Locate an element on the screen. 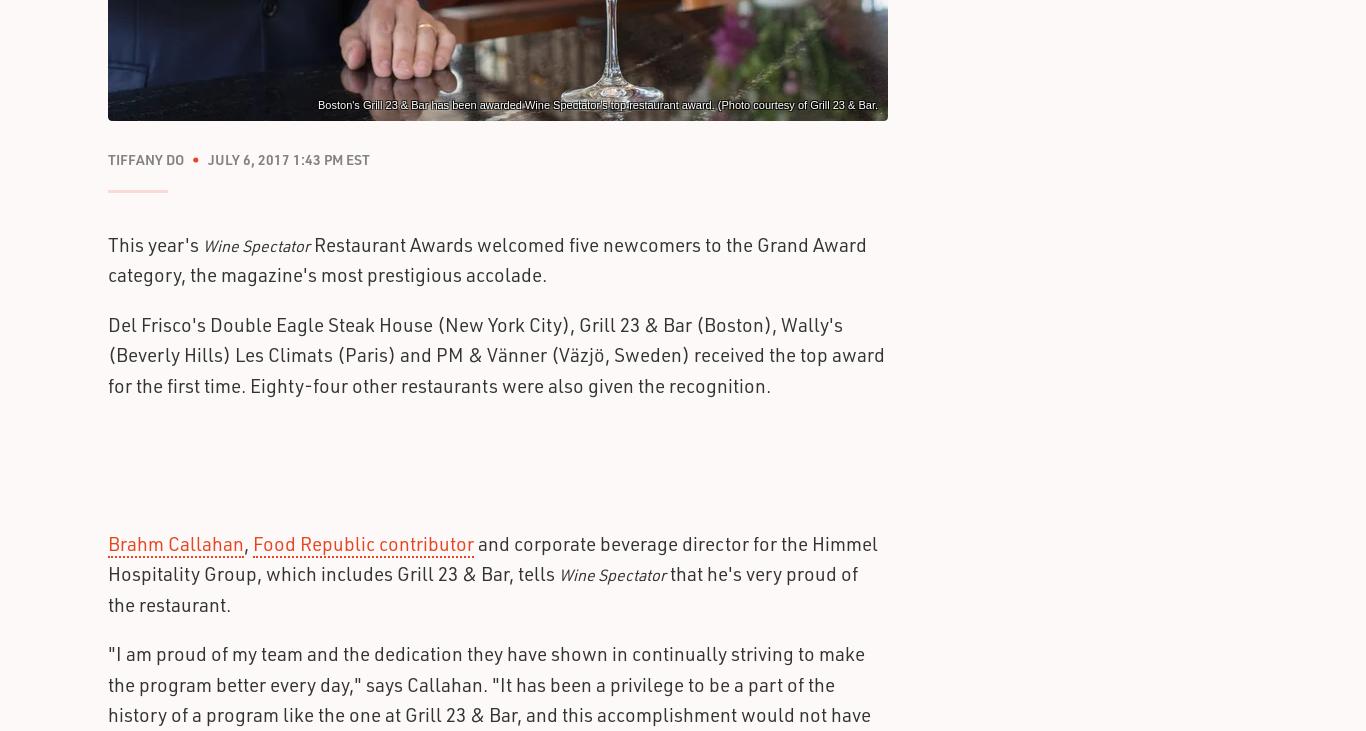 The height and width of the screenshot is (731, 1366). 'Brahm Callahan' is located at coordinates (174, 542).